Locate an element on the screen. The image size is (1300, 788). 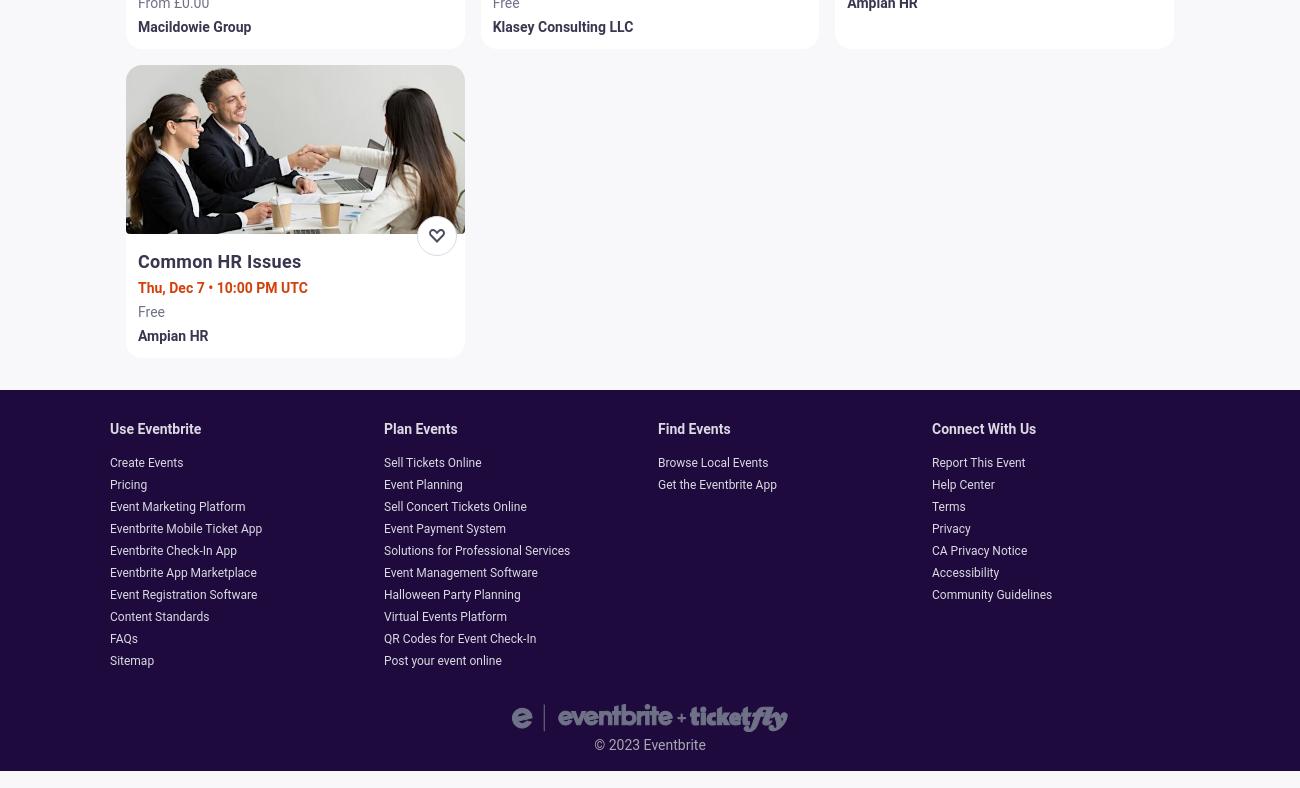
'Eventbrite App Marketplace' is located at coordinates (108, 573).